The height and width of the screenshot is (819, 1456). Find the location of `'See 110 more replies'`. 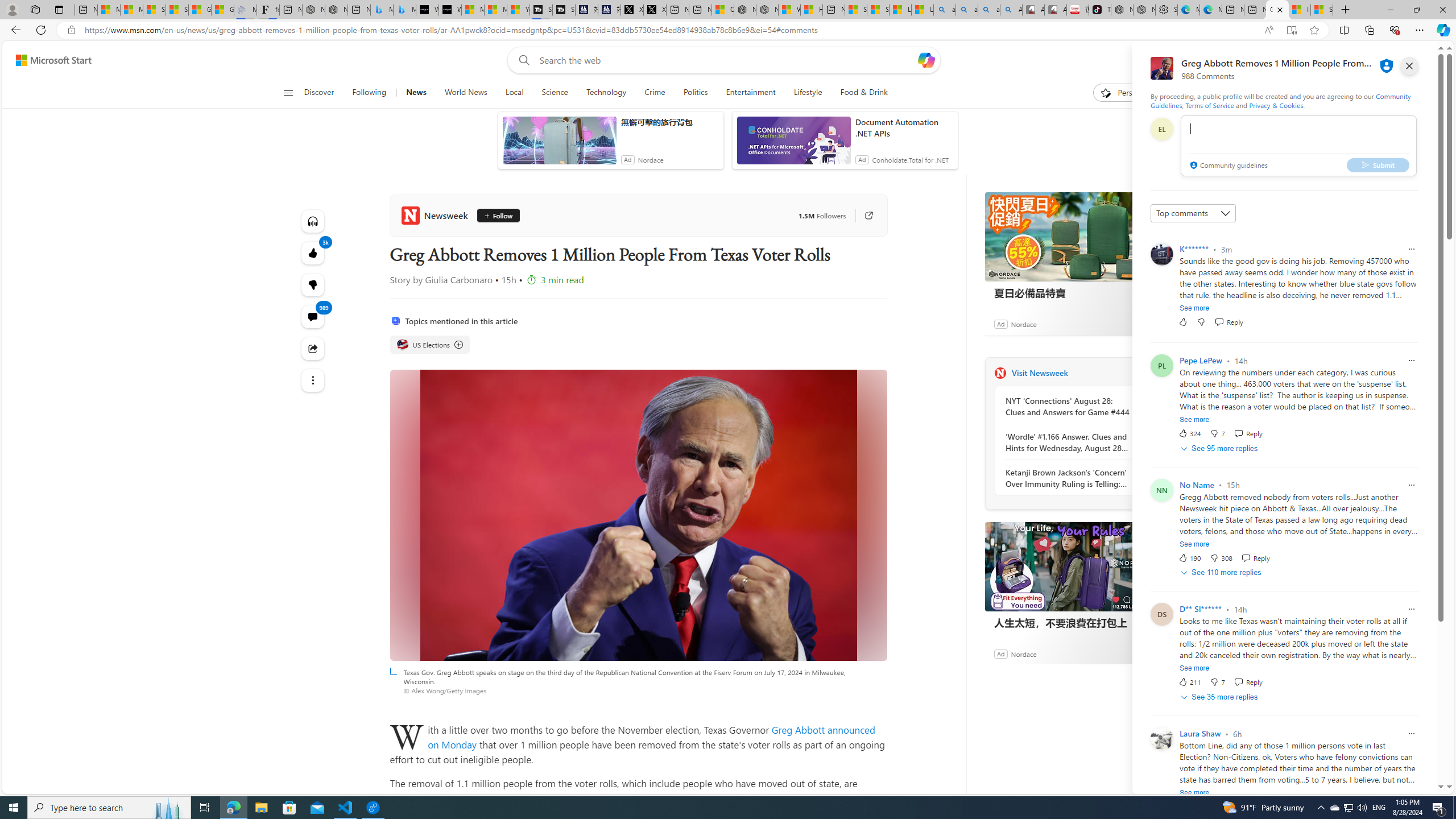

'See 110 more replies' is located at coordinates (1222, 573).